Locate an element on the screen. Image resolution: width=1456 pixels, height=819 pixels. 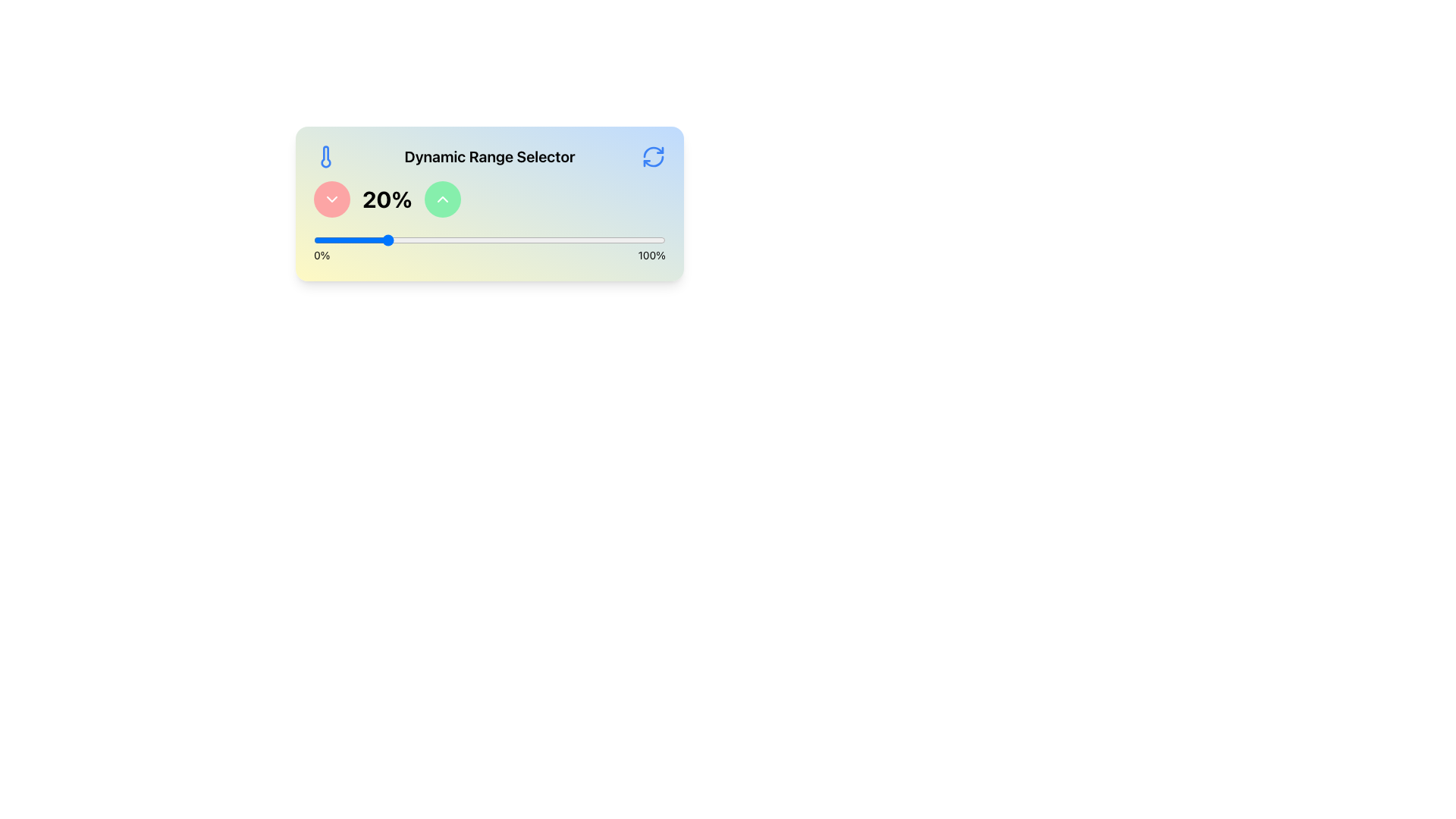
the handle of the interactive range slider located between '0%' and '100%' is located at coordinates (490, 239).